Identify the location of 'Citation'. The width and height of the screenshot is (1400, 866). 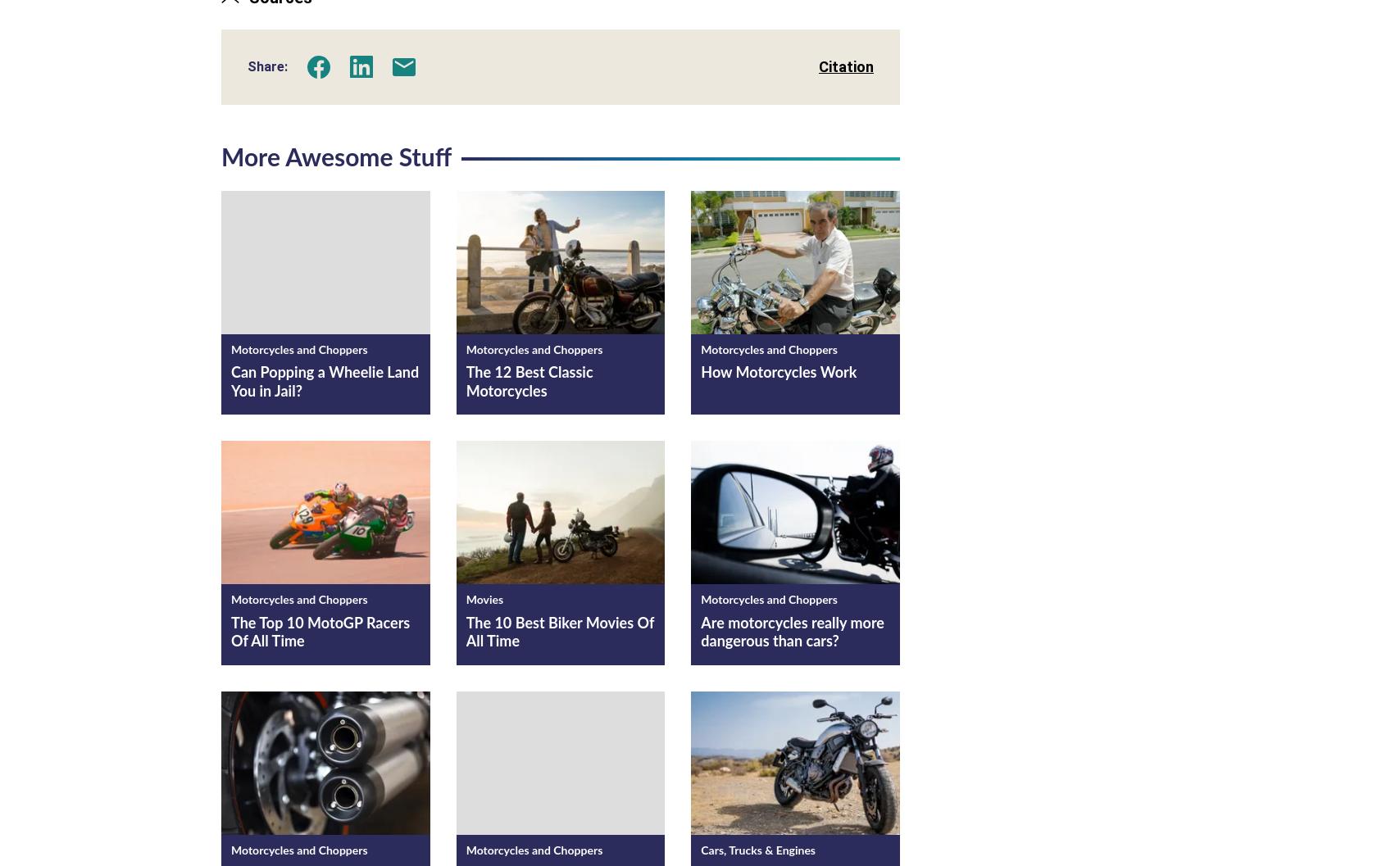
(846, 66).